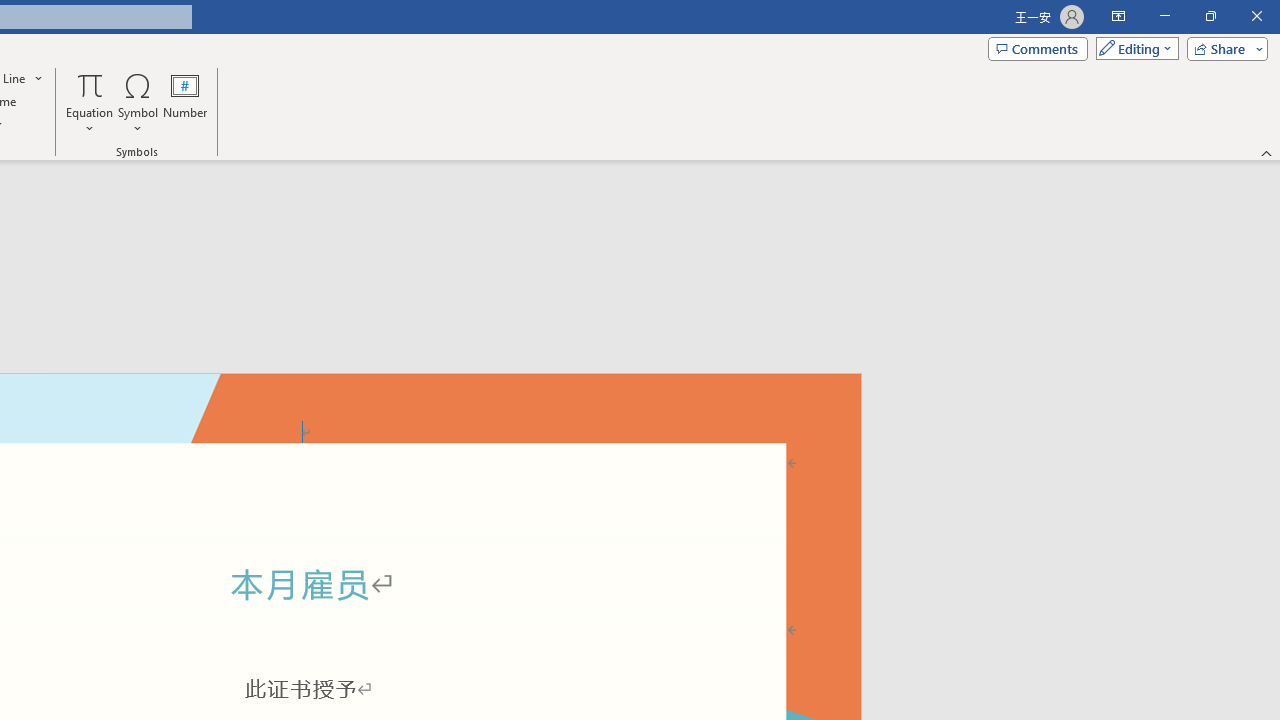  I want to click on 'Equation', so click(89, 103).